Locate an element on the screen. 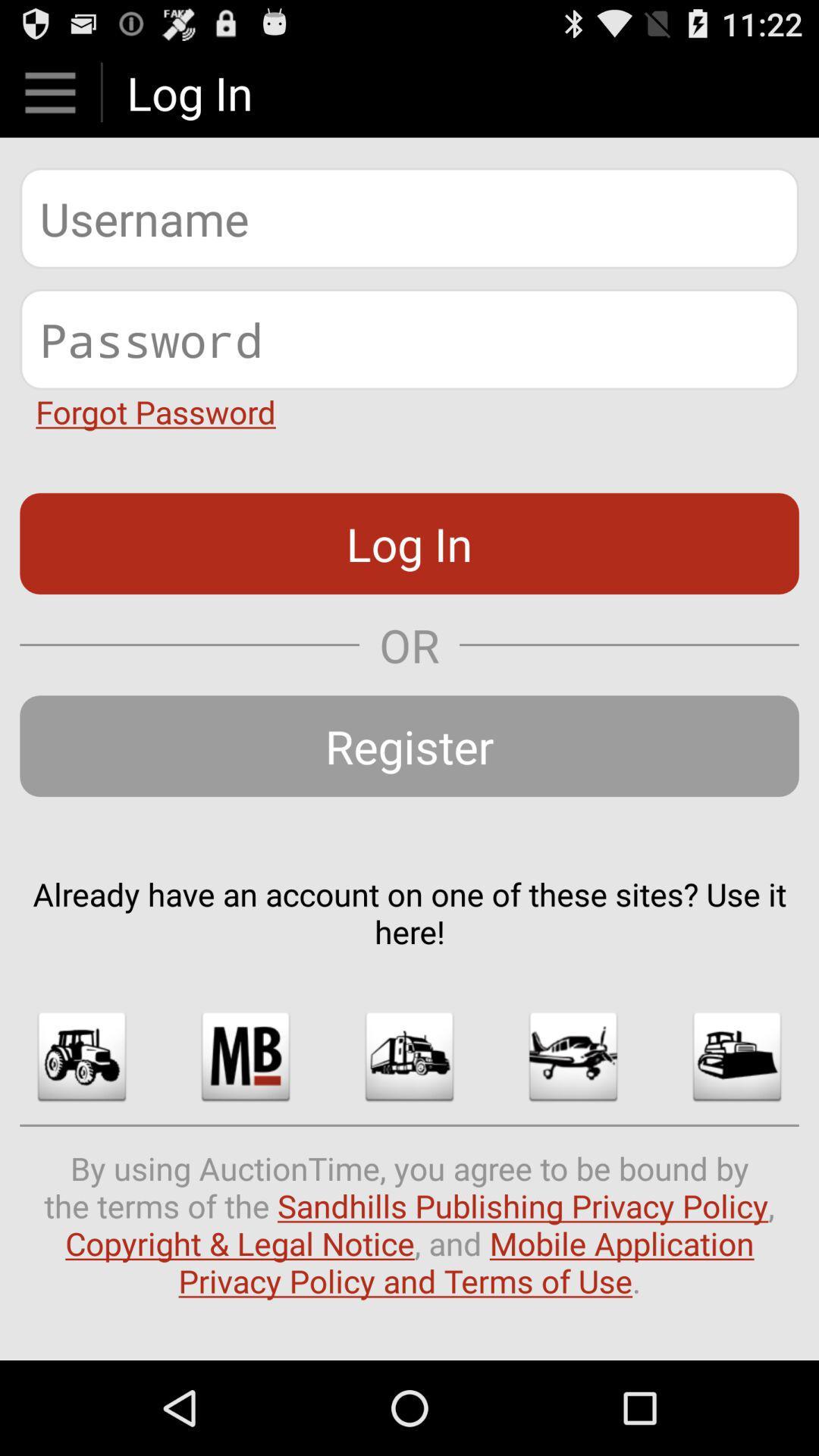 The width and height of the screenshot is (819, 1456). the register item is located at coordinates (409, 745).